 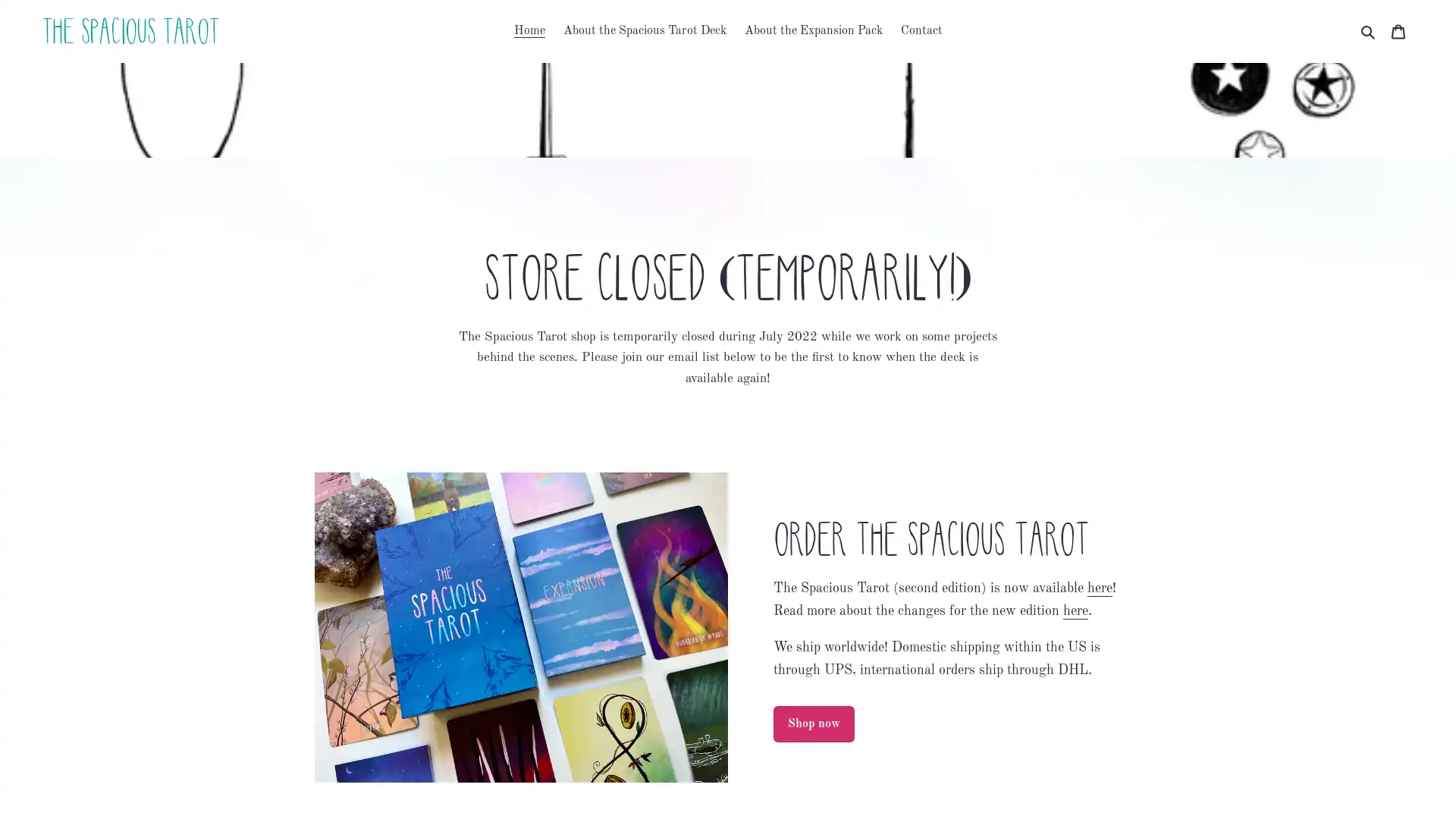 I want to click on Search, so click(x=1369, y=31).